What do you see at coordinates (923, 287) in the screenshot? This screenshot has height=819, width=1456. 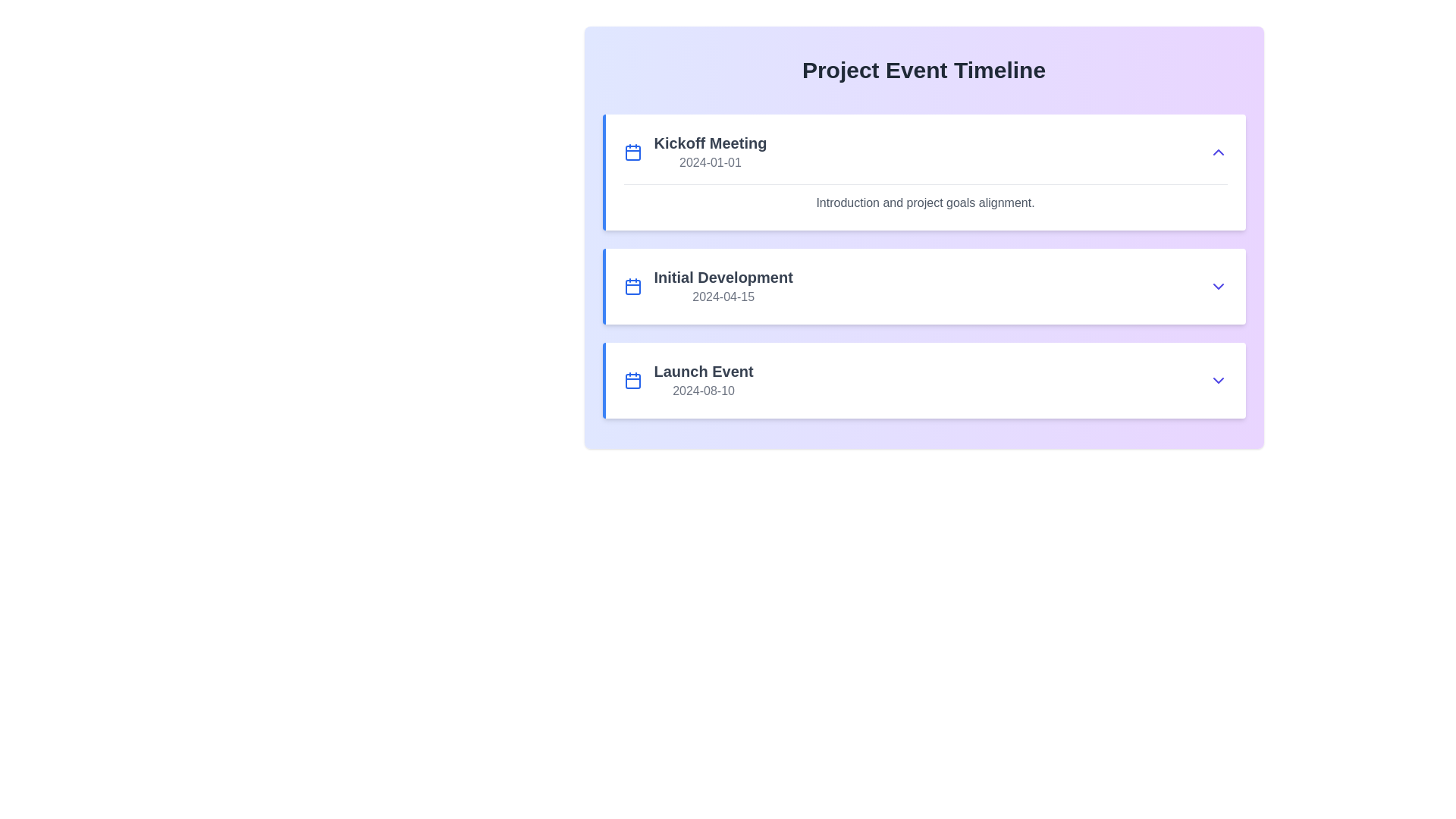 I see `the 'Initial Development' Event block` at bounding box center [923, 287].